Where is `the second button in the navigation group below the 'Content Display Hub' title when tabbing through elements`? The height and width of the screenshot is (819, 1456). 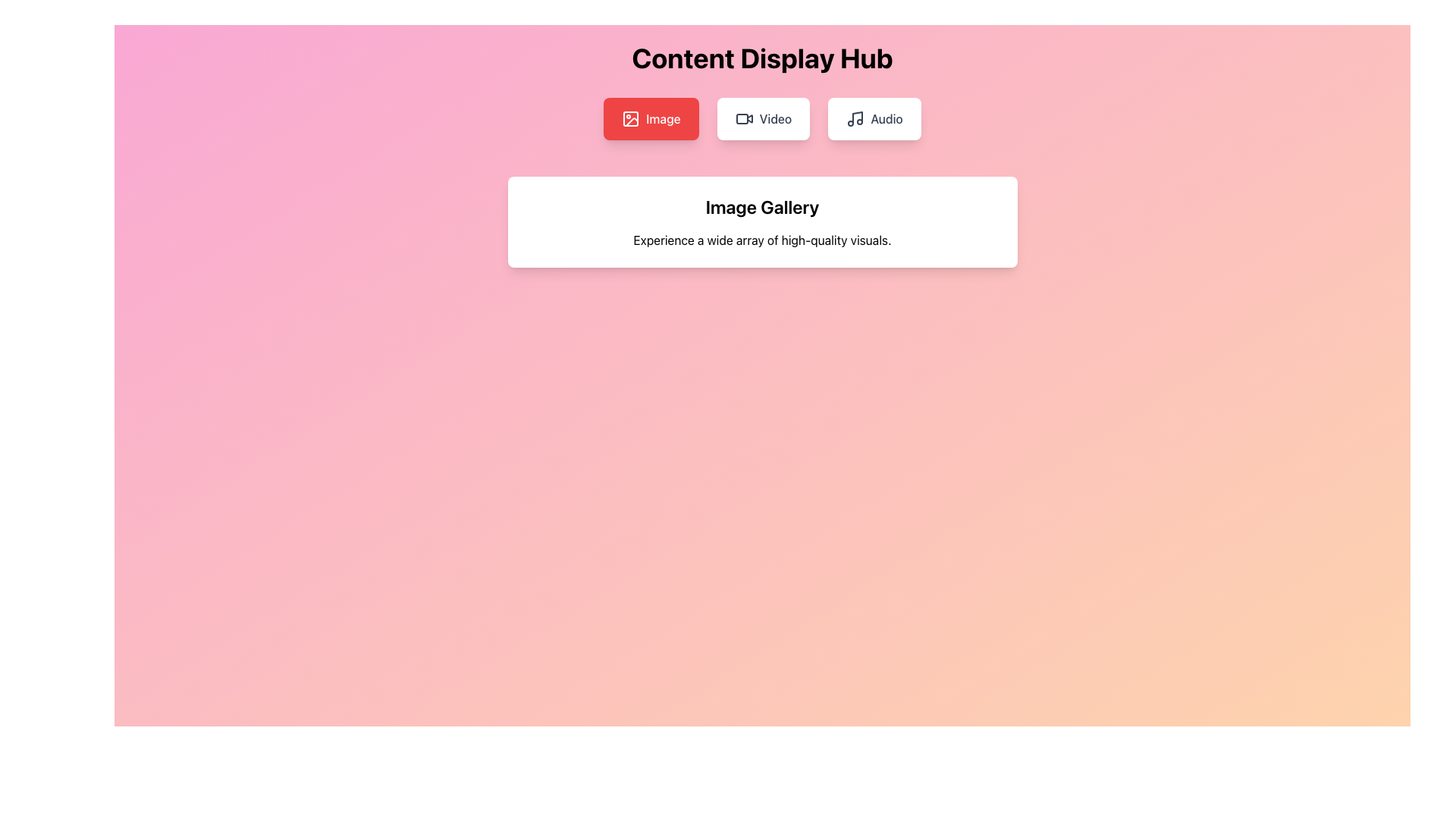
the second button in the navigation group below the 'Content Display Hub' title when tabbing through elements is located at coordinates (762, 118).